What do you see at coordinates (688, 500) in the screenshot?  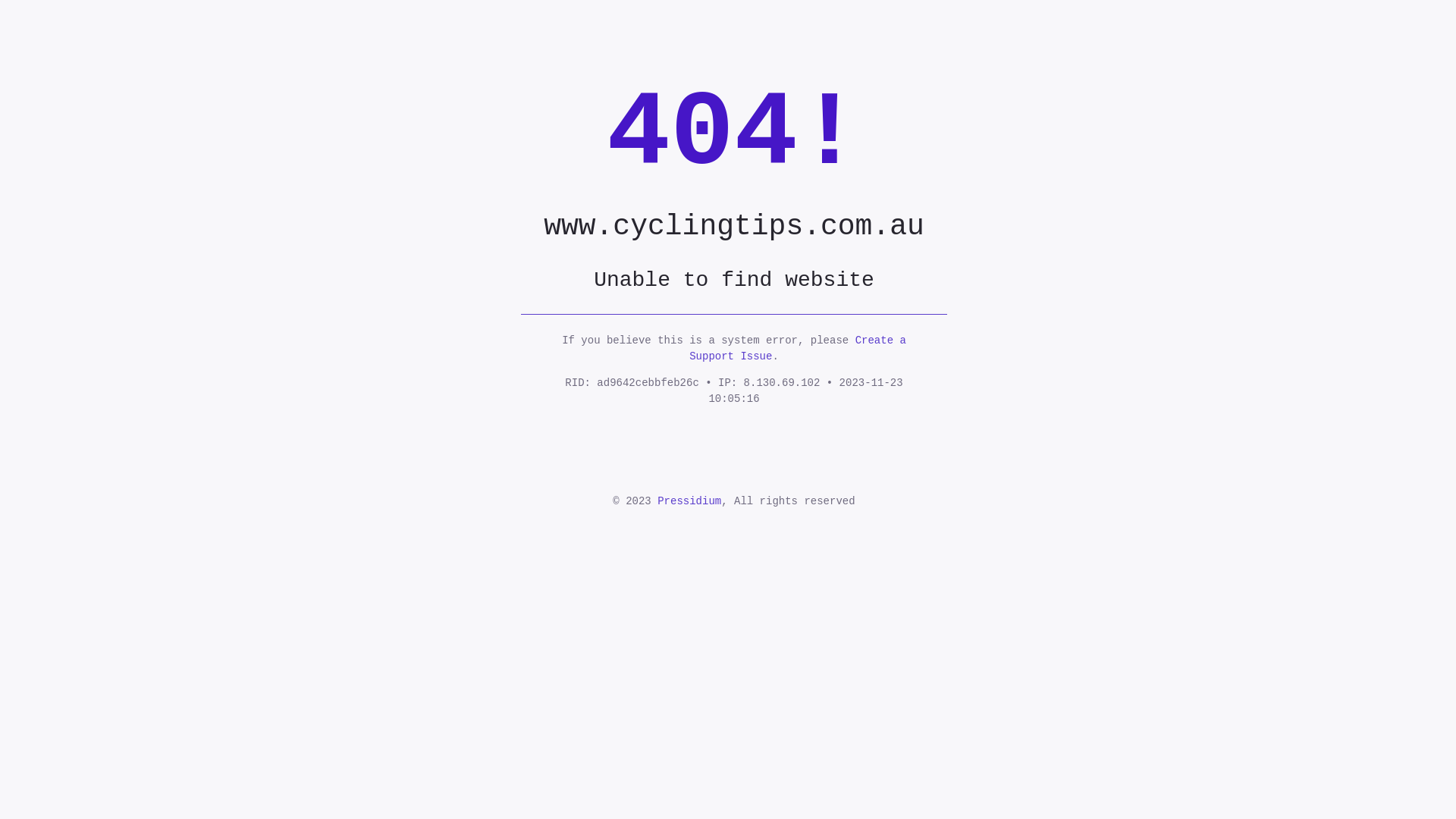 I see `'Pressidium'` at bounding box center [688, 500].